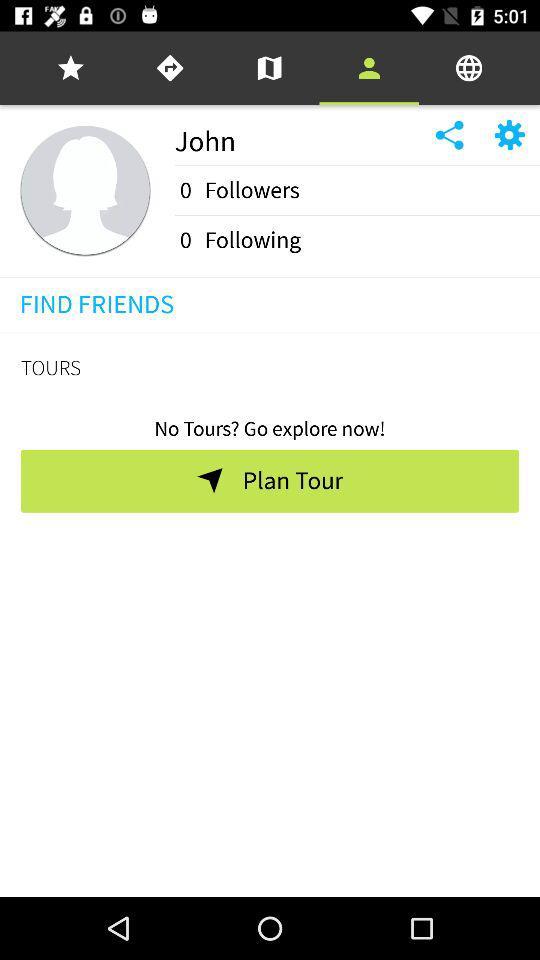 This screenshot has height=960, width=540. Describe the element at coordinates (469, 68) in the screenshot. I see `icon to the right of john icon` at that location.